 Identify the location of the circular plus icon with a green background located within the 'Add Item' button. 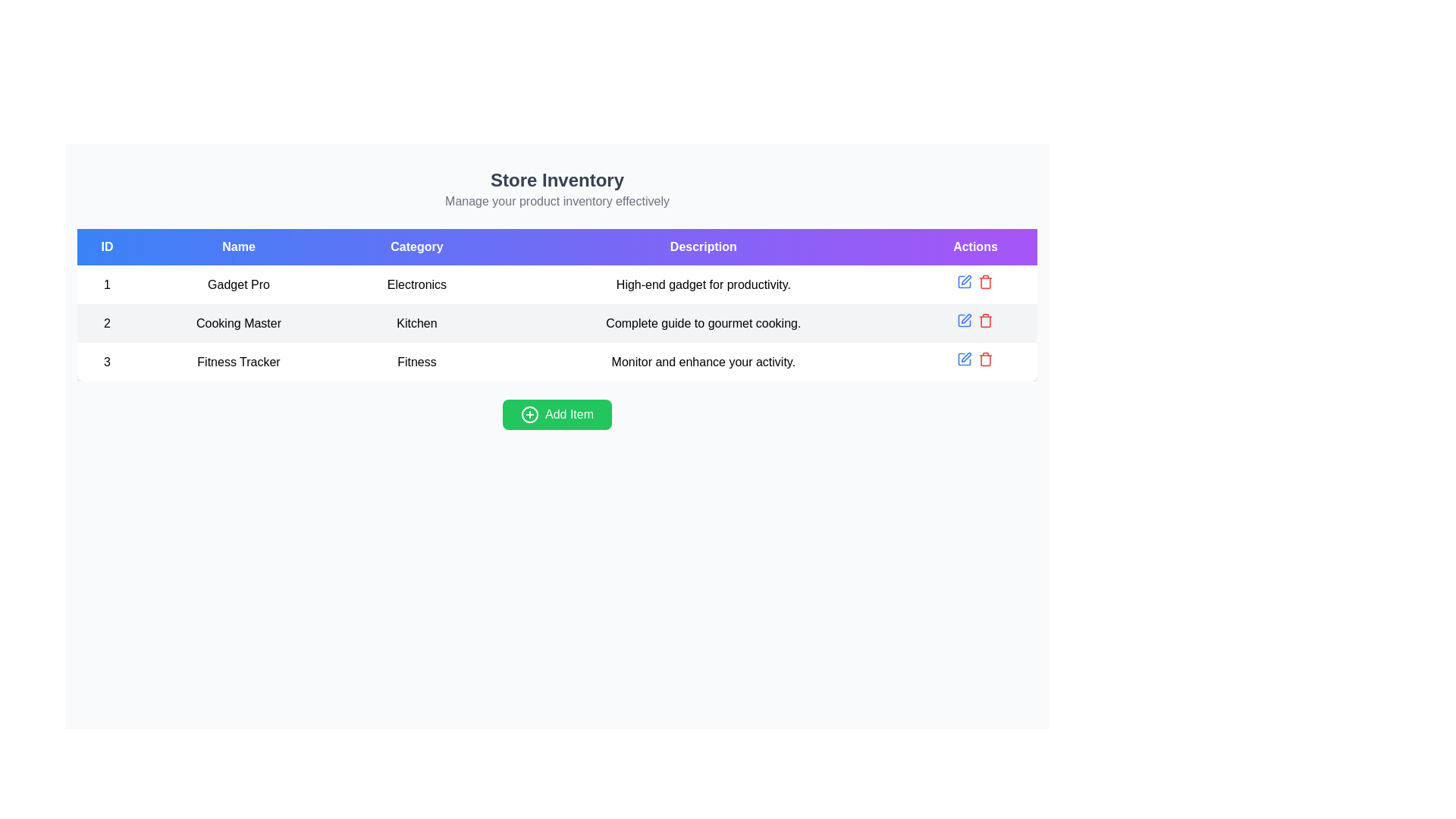
(530, 415).